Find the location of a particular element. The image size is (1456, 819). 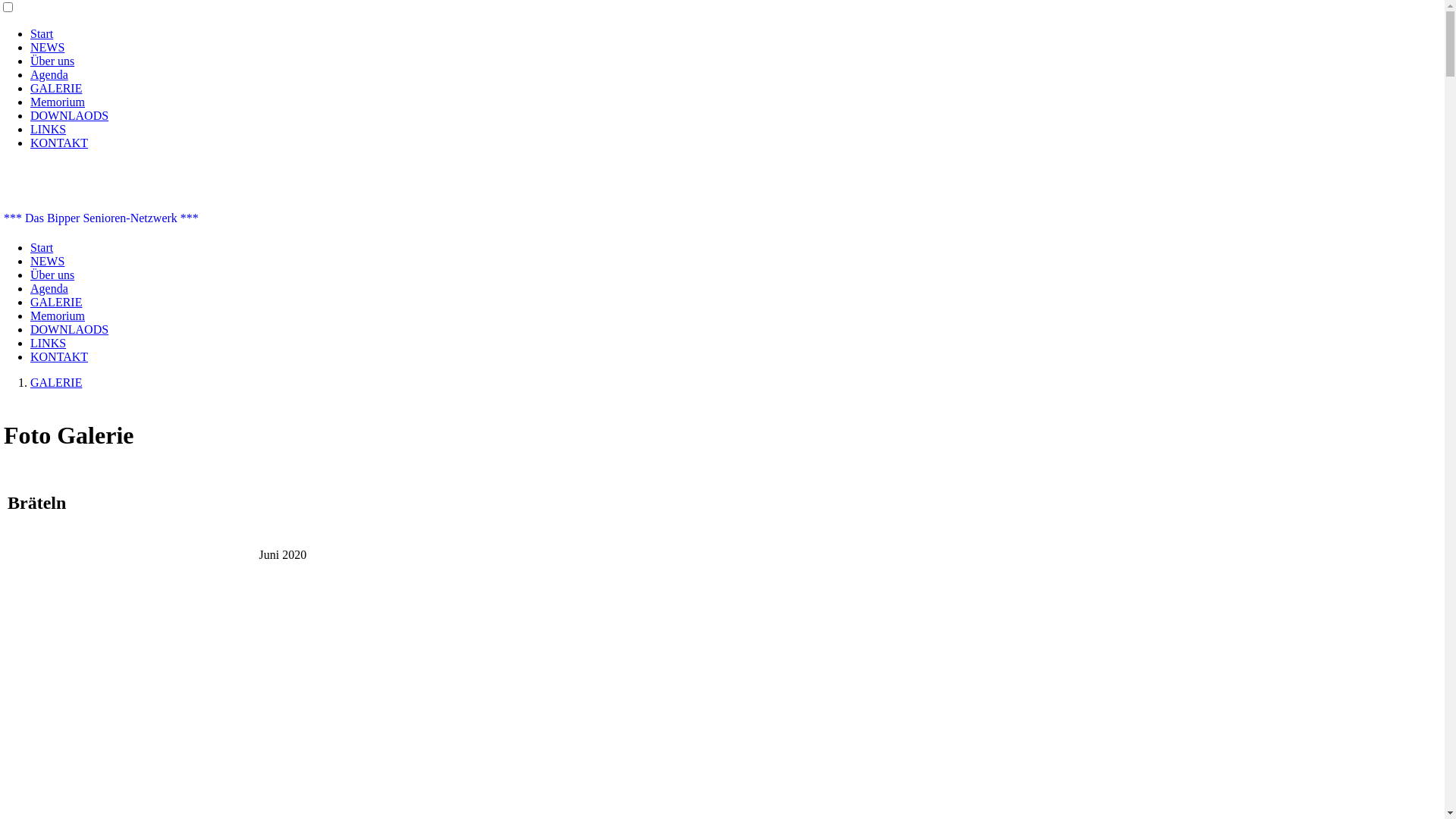

'KONTAKT' is located at coordinates (58, 356).